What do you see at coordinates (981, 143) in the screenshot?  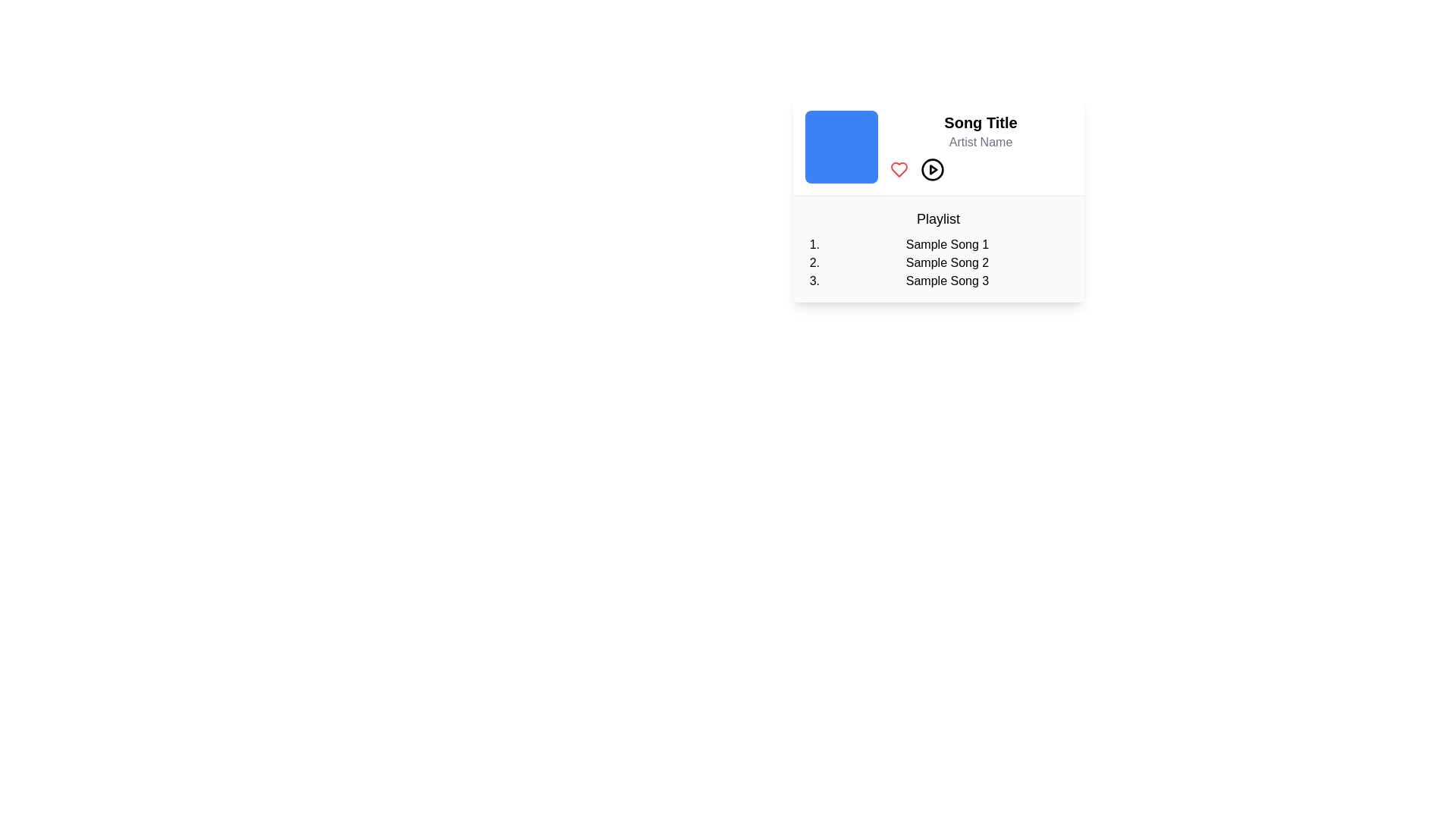 I see `the gray text element reading 'Artist Name', which is positioned beneath the bolded title 'Song Title' in the content card` at bounding box center [981, 143].